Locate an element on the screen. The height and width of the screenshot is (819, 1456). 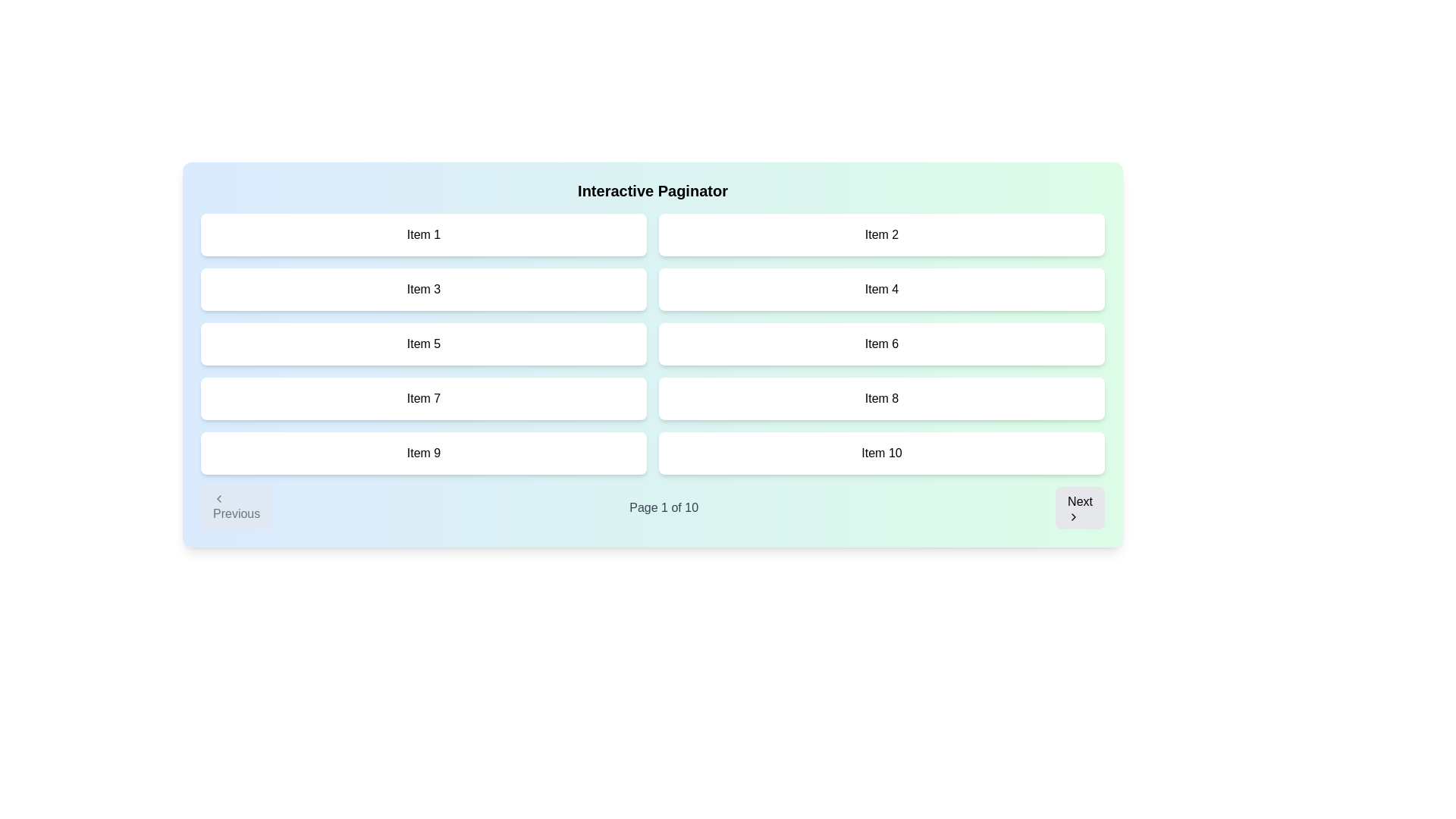
the bold, large-sized text element reading 'Interactive Paginator' displayed centrally at the top of the pagination interface is located at coordinates (652, 190).